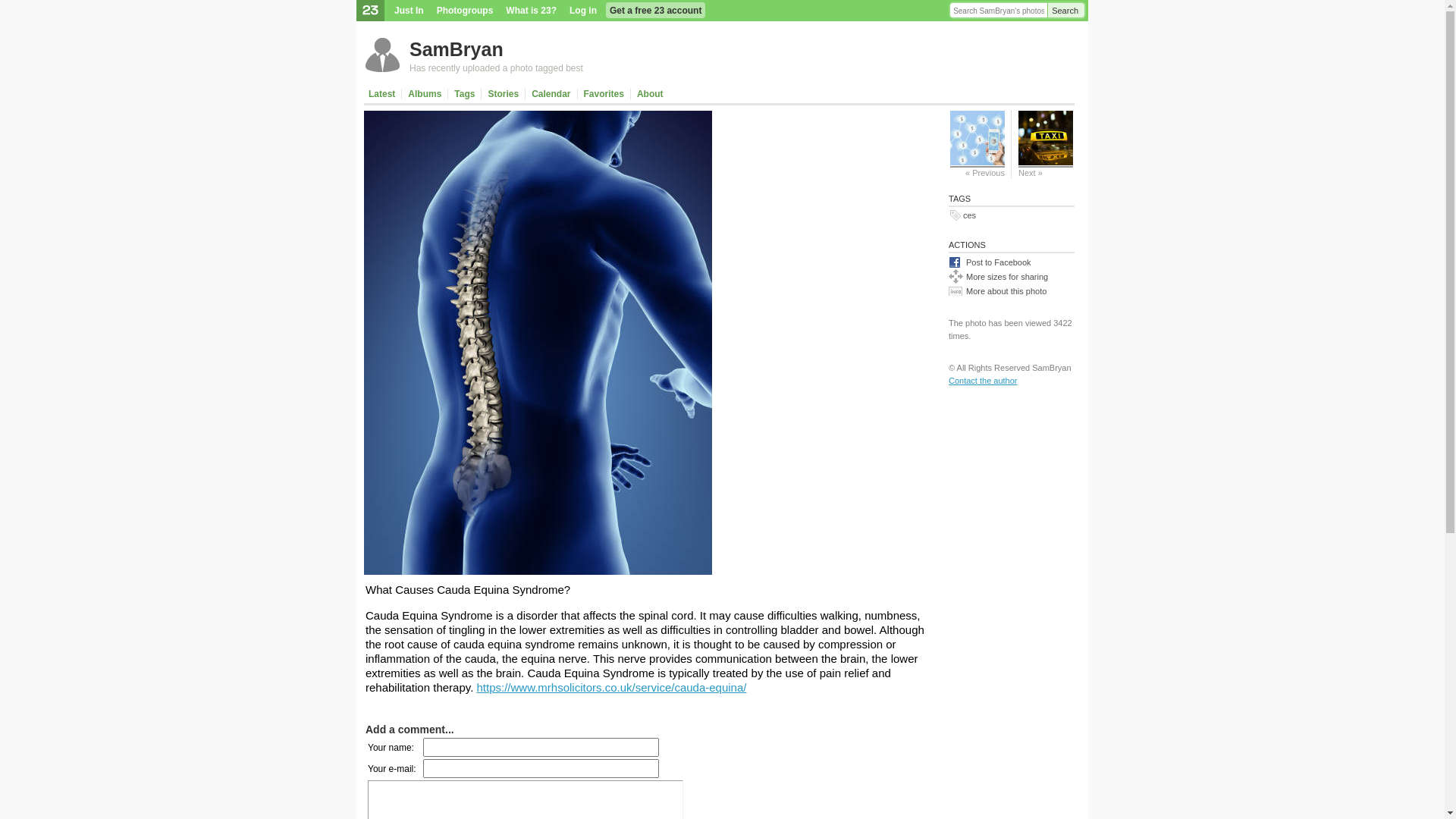  Describe the element at coordinates (968, 215) in the screenshot. I see `'ces'` at that location.